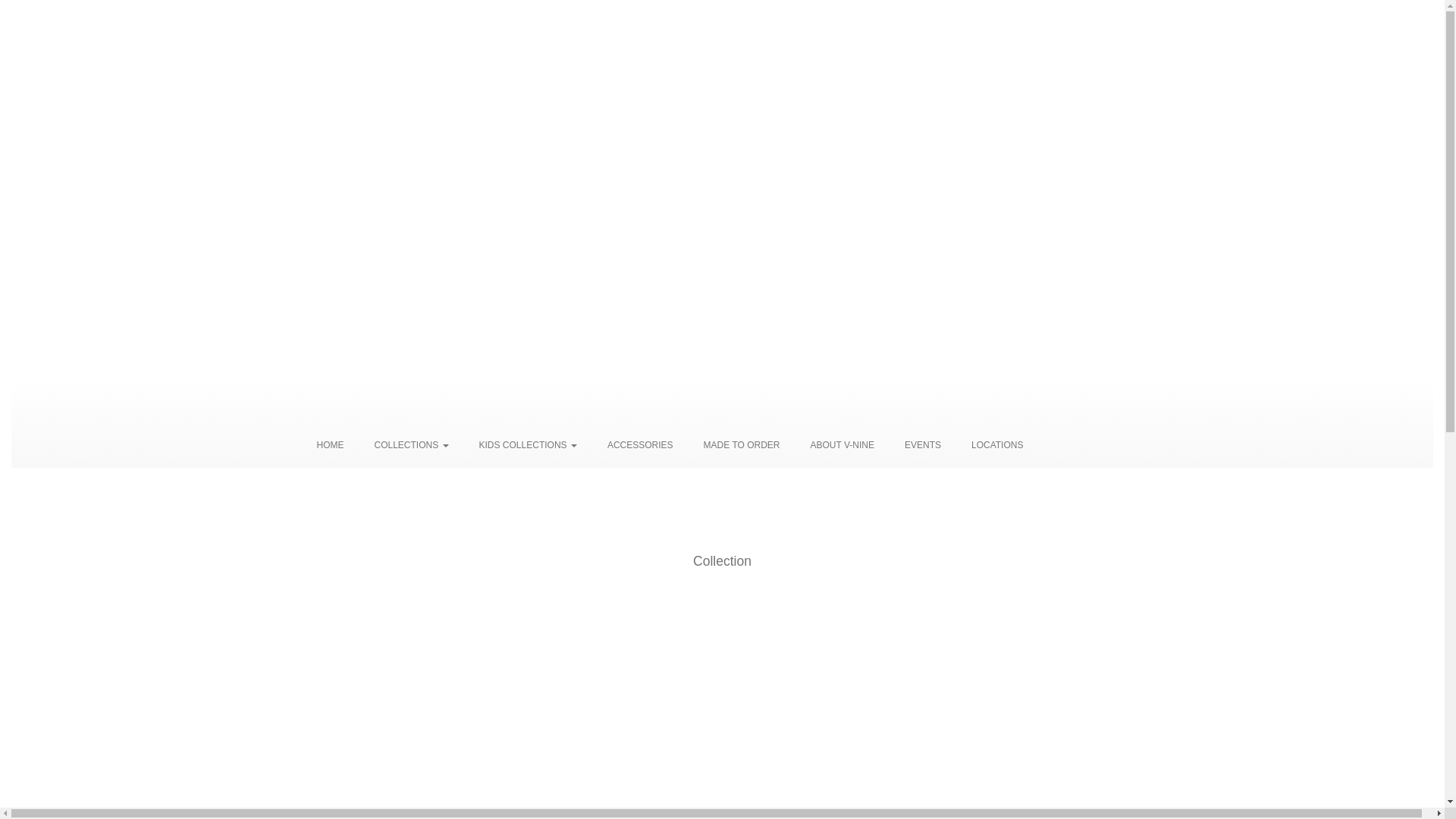 The width and height of the screenshot is (1456, 819). I want to click on 'COLLECTIONS', so click(411, 444).